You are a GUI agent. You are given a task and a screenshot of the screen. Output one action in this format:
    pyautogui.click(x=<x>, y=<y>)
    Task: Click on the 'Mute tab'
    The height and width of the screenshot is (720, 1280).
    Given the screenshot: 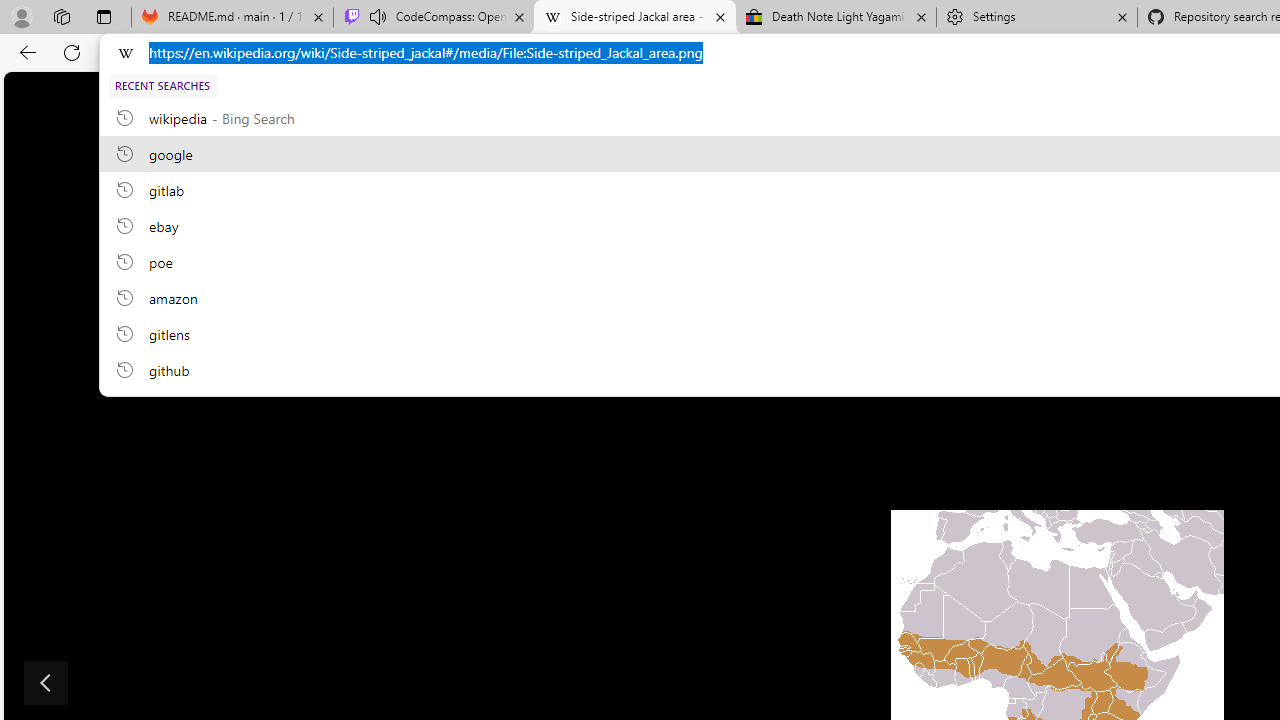 What is the action you would take?
    pyautogui.click(x=378, y=16)
    